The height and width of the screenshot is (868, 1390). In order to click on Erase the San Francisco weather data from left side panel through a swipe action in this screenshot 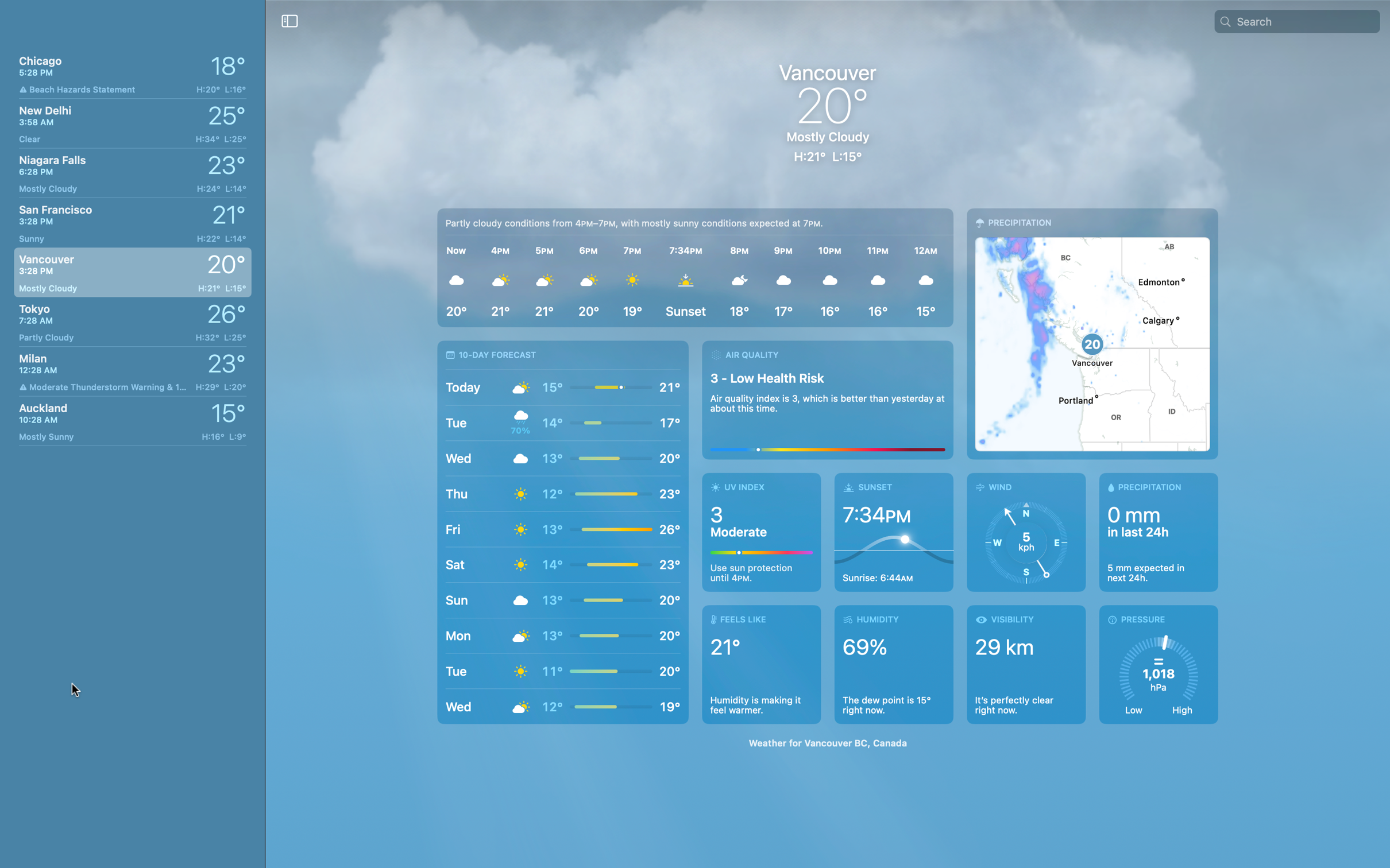, I will do `click(439240, 460908)`.